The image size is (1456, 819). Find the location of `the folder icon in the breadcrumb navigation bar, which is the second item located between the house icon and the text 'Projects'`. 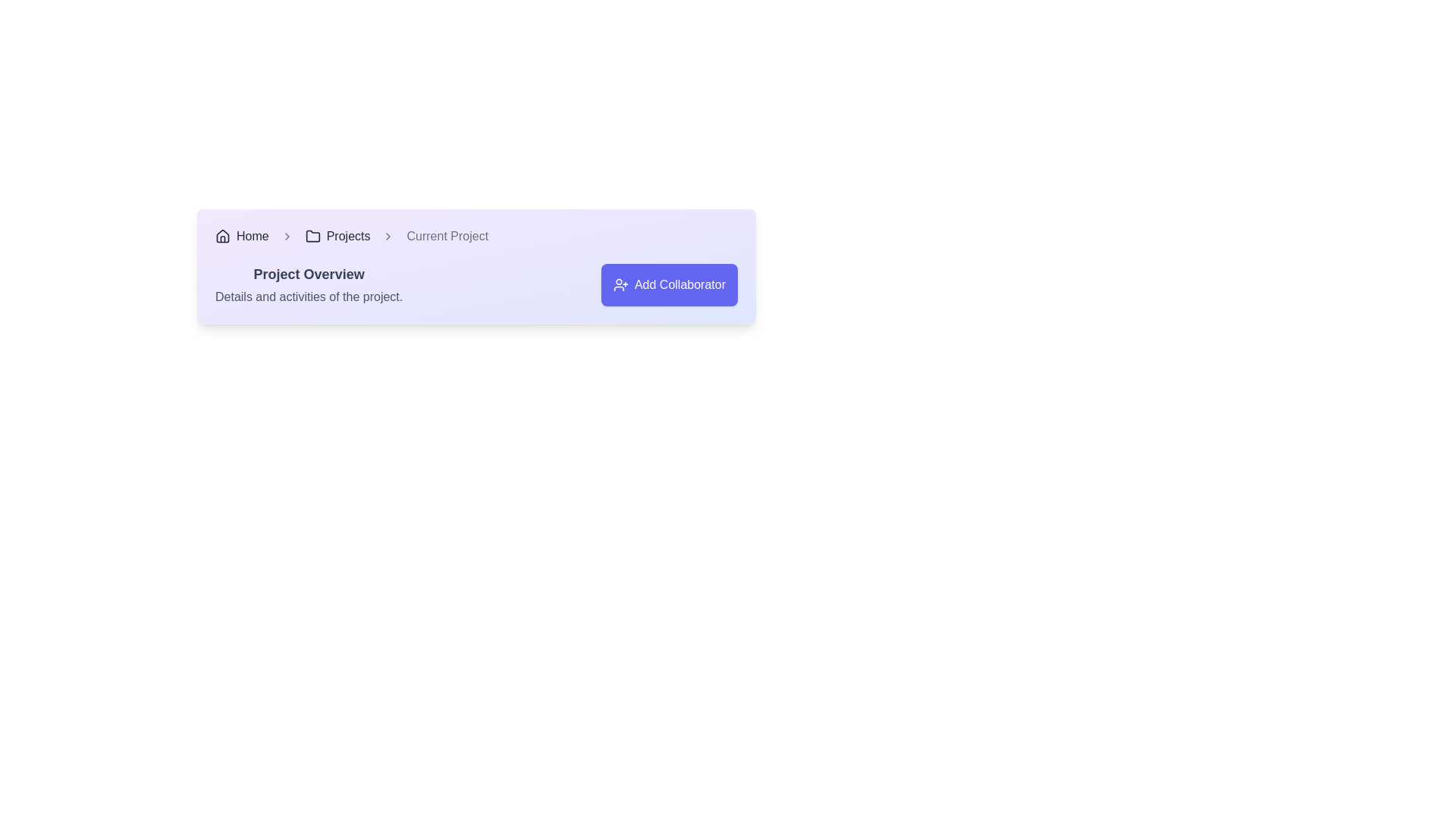

the folder icon in the breadcrumb navigation bar, which is the second item located between the house icon and the text 'Projects' is located at coordinates (312, 236).